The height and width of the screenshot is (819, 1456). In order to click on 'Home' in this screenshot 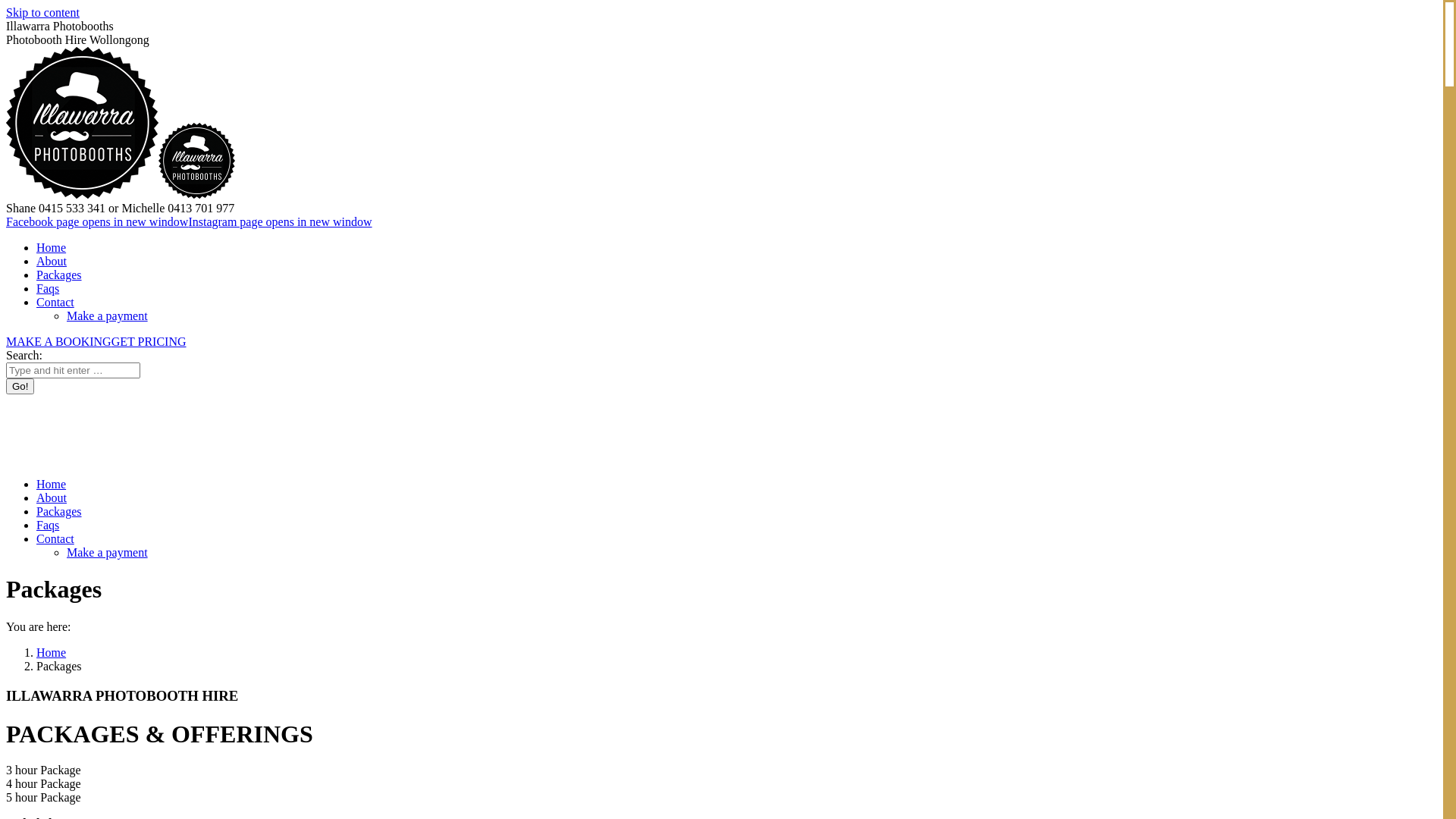, I will do `click(51, 484)`.